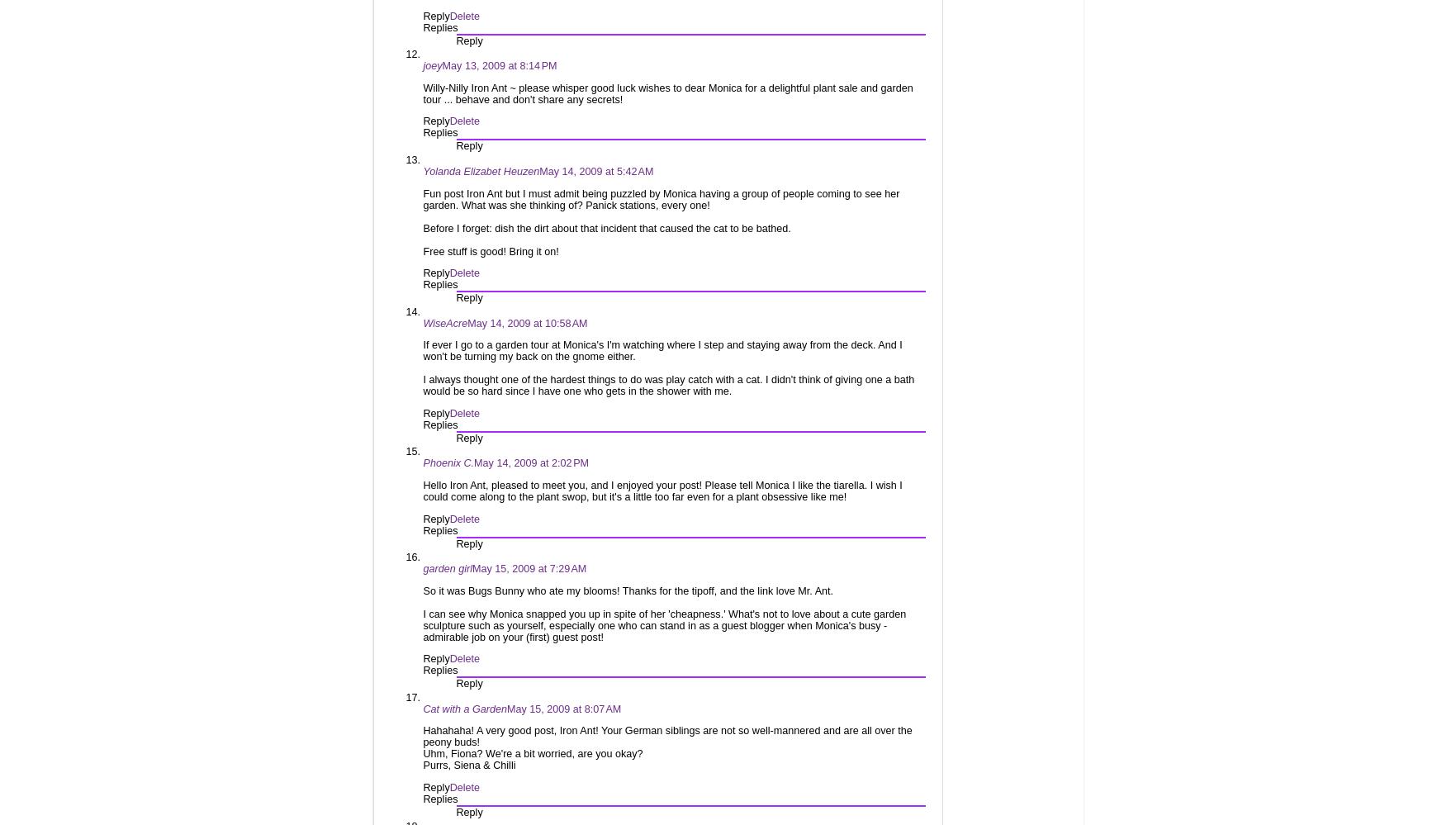 The height and width of the screenshot is (825, 1456). I want to click on 'Willy-Nilly Iron Ant ~ please whisper good luck wishes to dear Monica for a delightful plant sale and garden tour ... behave and don't share any secrets!', so click(667, 92).